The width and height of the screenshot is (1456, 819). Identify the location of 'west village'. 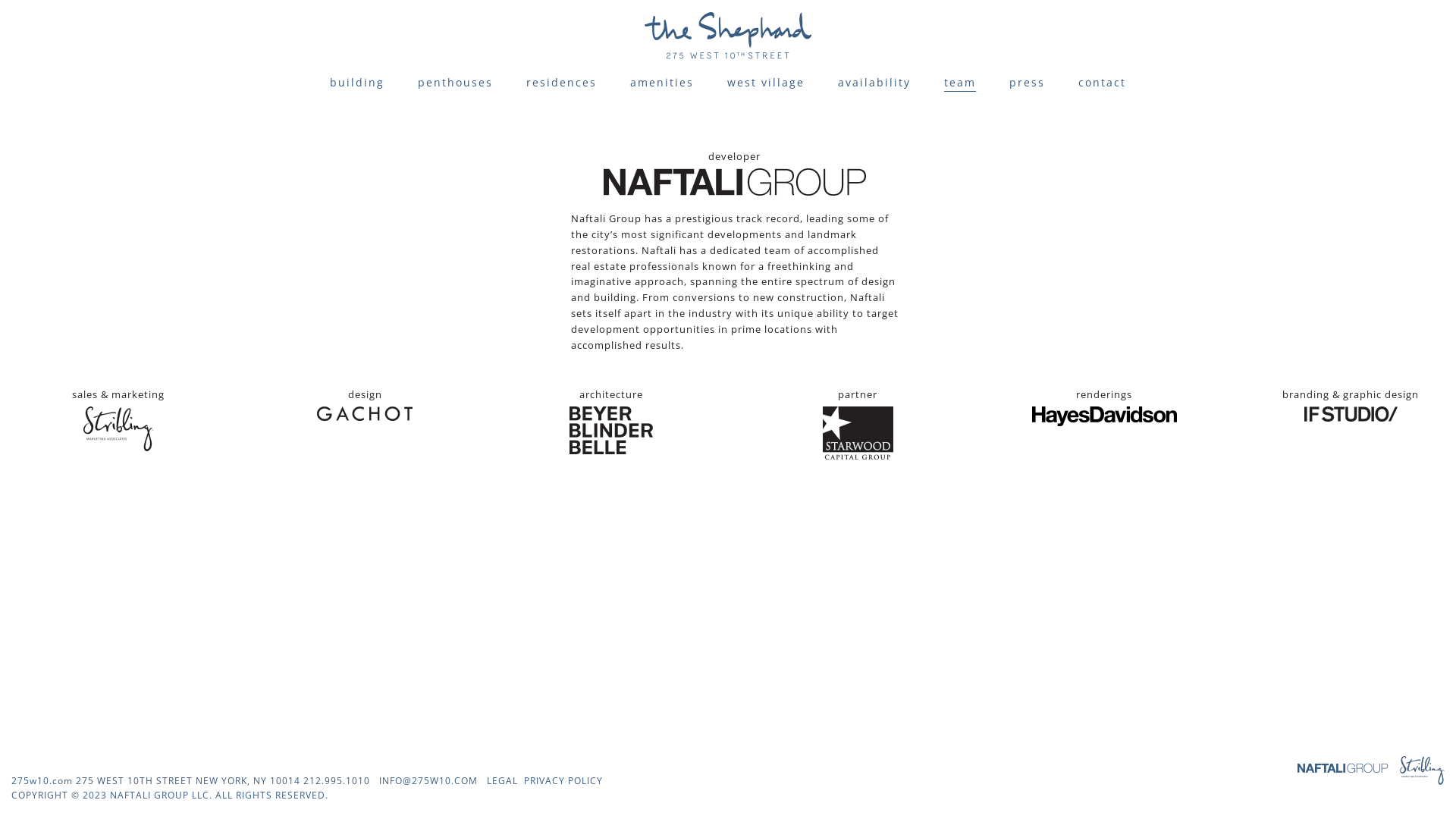
(765, 82).